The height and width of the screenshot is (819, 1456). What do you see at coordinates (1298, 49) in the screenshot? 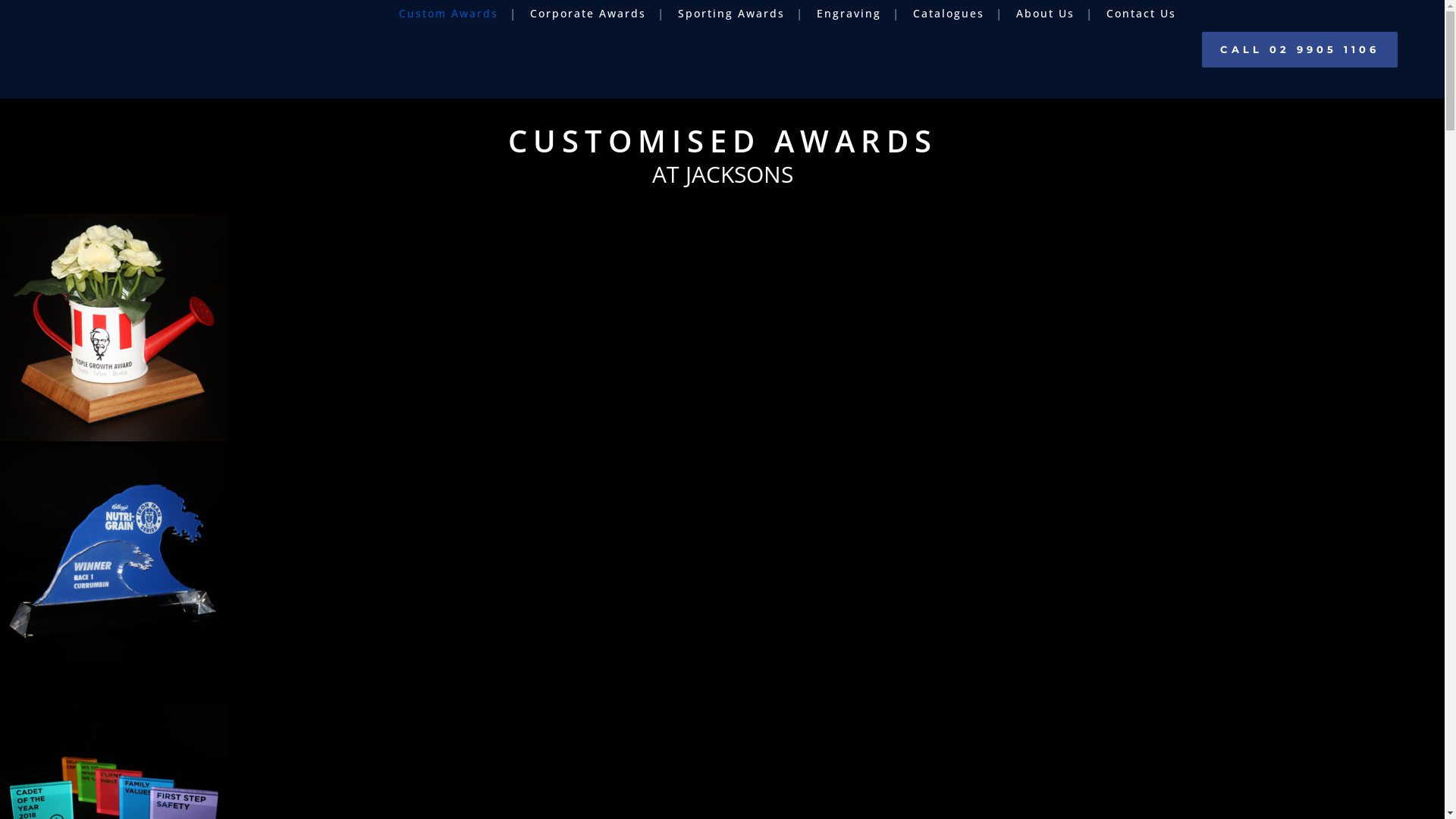
I see `'CALL 02 9905 1106'` at bounding box center [1298, 49].